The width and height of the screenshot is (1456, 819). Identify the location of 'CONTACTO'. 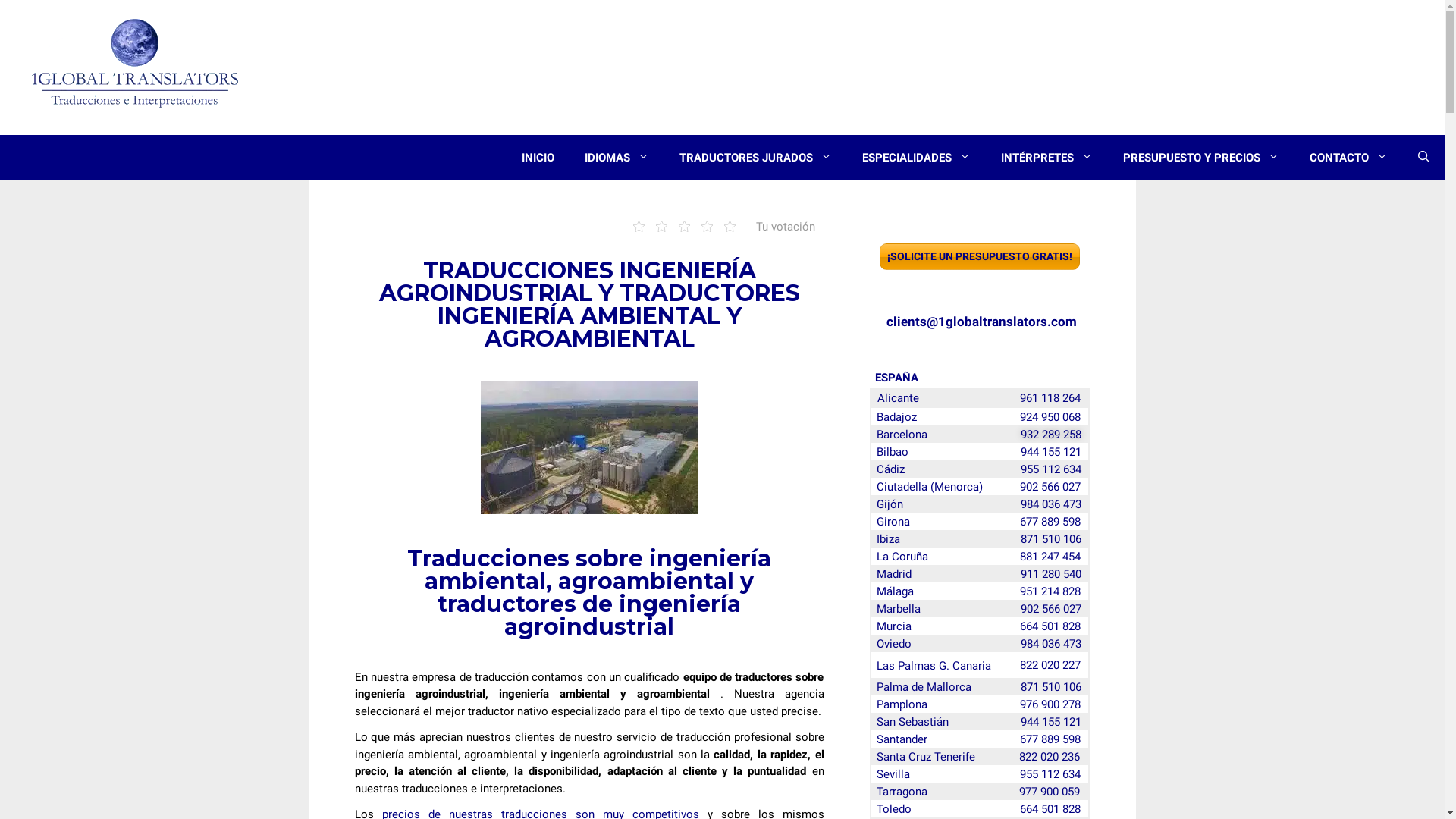
(1348, 158).